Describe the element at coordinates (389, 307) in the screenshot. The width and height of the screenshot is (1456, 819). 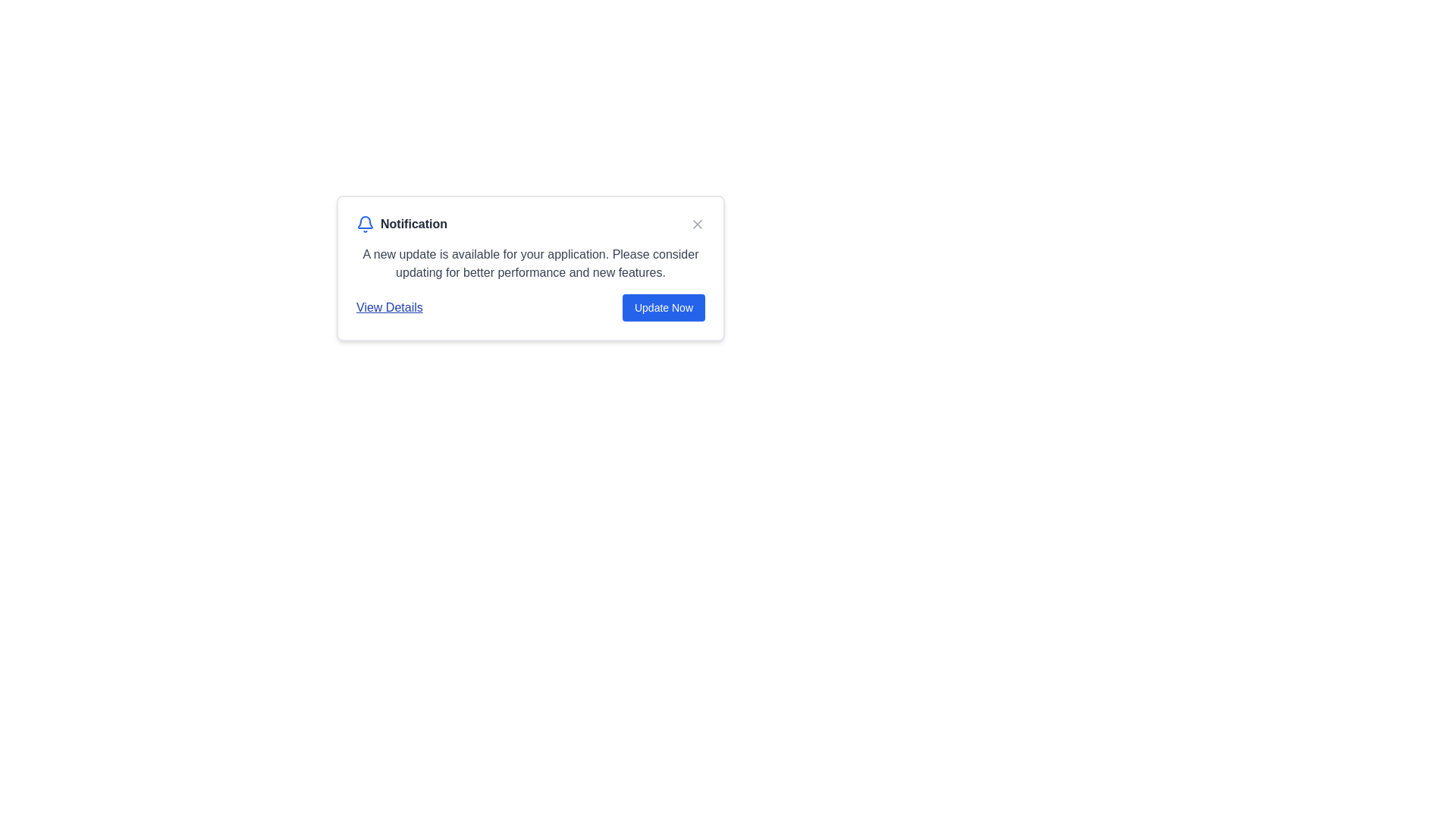
I see `the 'View Details' hyperlink styled with a blue font color and underline effect, located at the bottom-left corner of the notification card` at that location.